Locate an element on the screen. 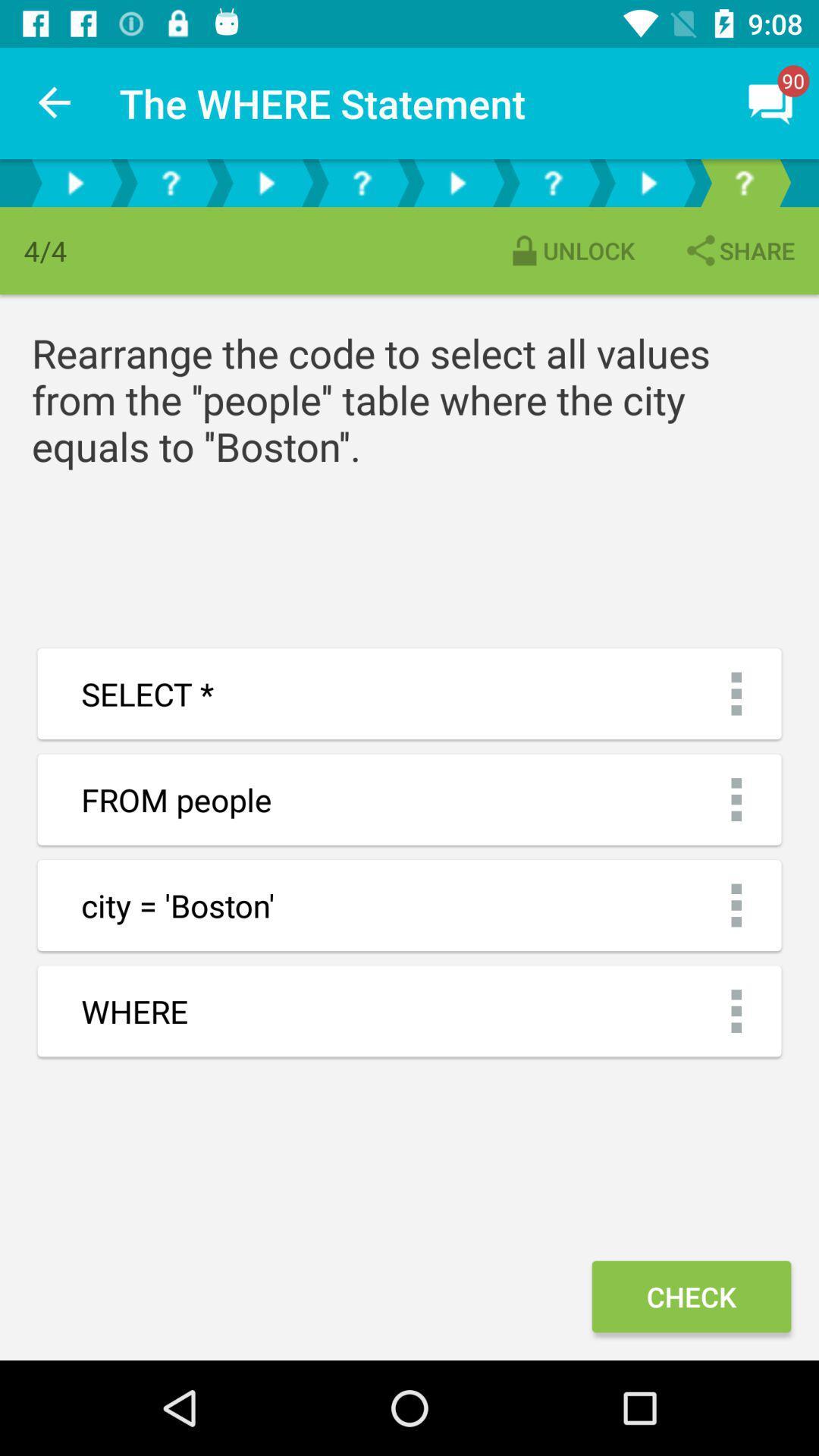  play option is located at coordinates (265, 182).